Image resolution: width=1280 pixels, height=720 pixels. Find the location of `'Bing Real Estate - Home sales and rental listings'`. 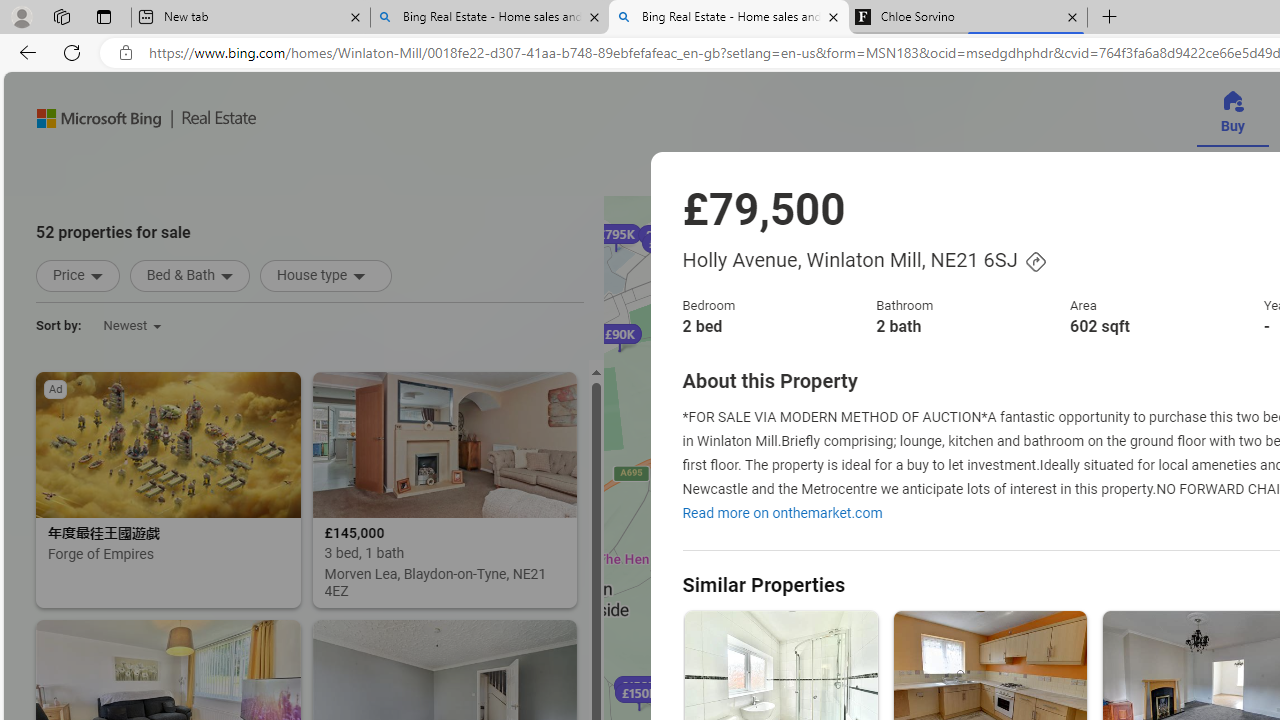

'Bing Real Estate - Home sales and rental listings' is located at coordinates (728, 17).